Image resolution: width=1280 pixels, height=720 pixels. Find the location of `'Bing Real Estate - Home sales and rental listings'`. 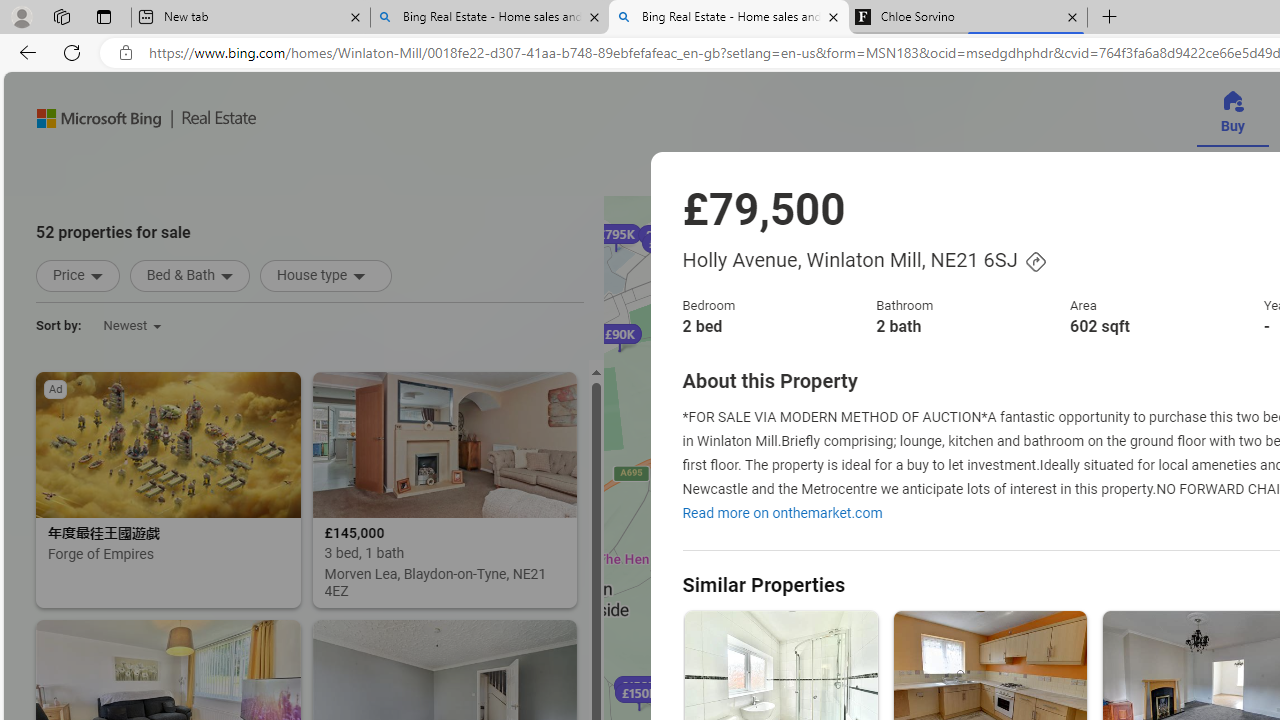

'Bing Real Estate - Home sales and rental listings' is located at coordinates (728, 17).